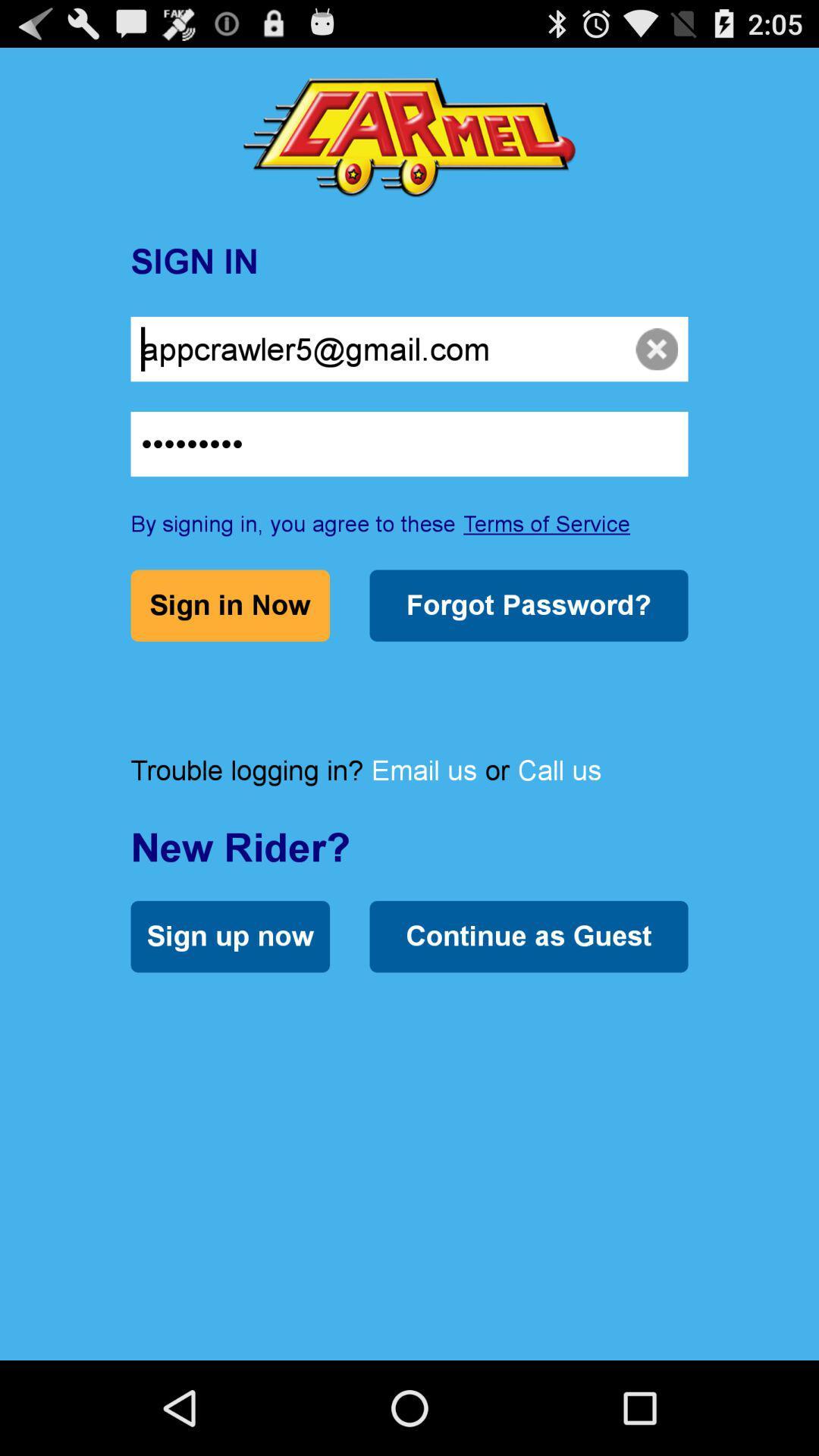  I want to click on the appcrawler5@gmail.com, so click(409, 348).